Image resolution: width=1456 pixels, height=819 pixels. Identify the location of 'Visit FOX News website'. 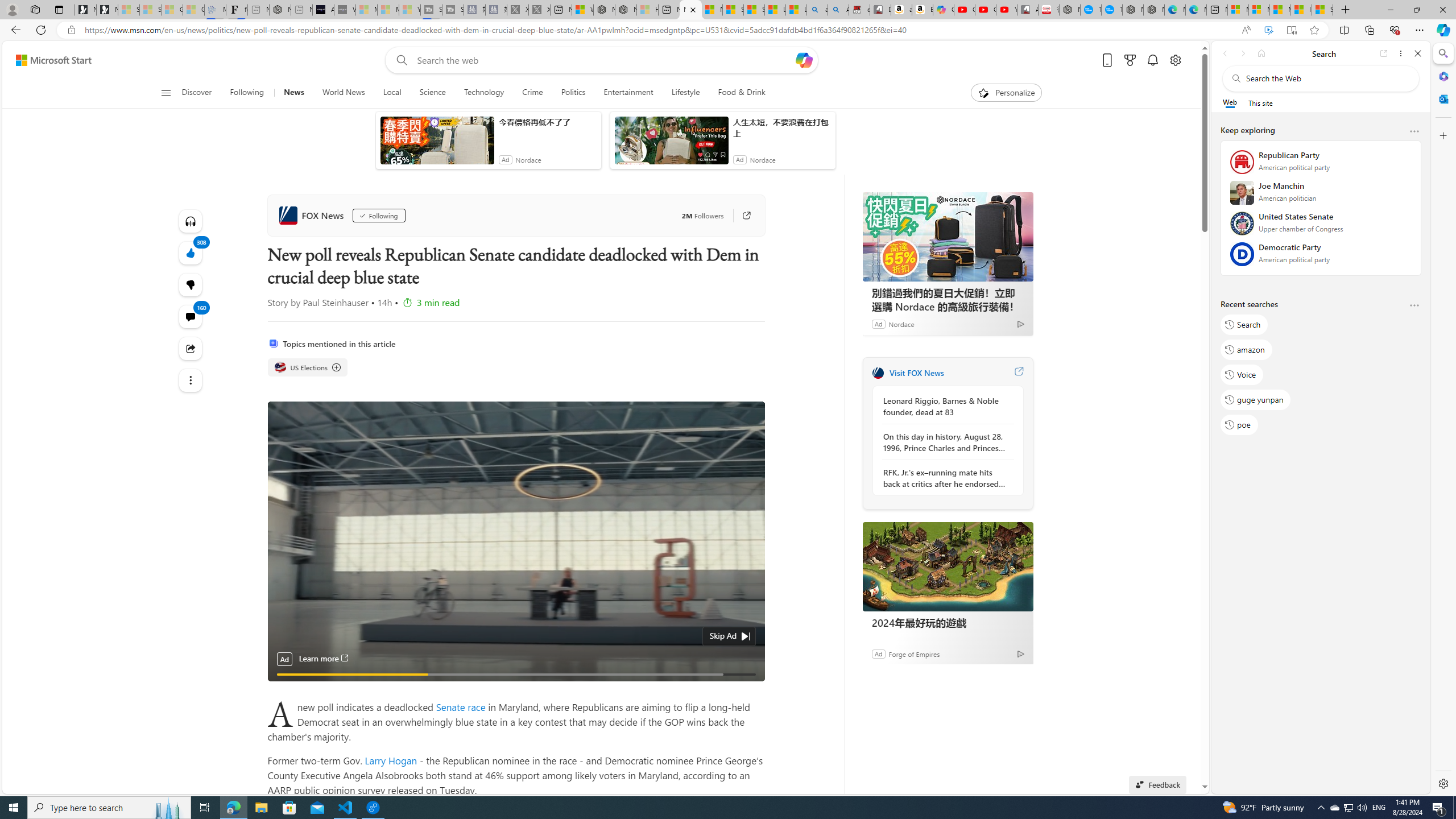
(1017, 372).